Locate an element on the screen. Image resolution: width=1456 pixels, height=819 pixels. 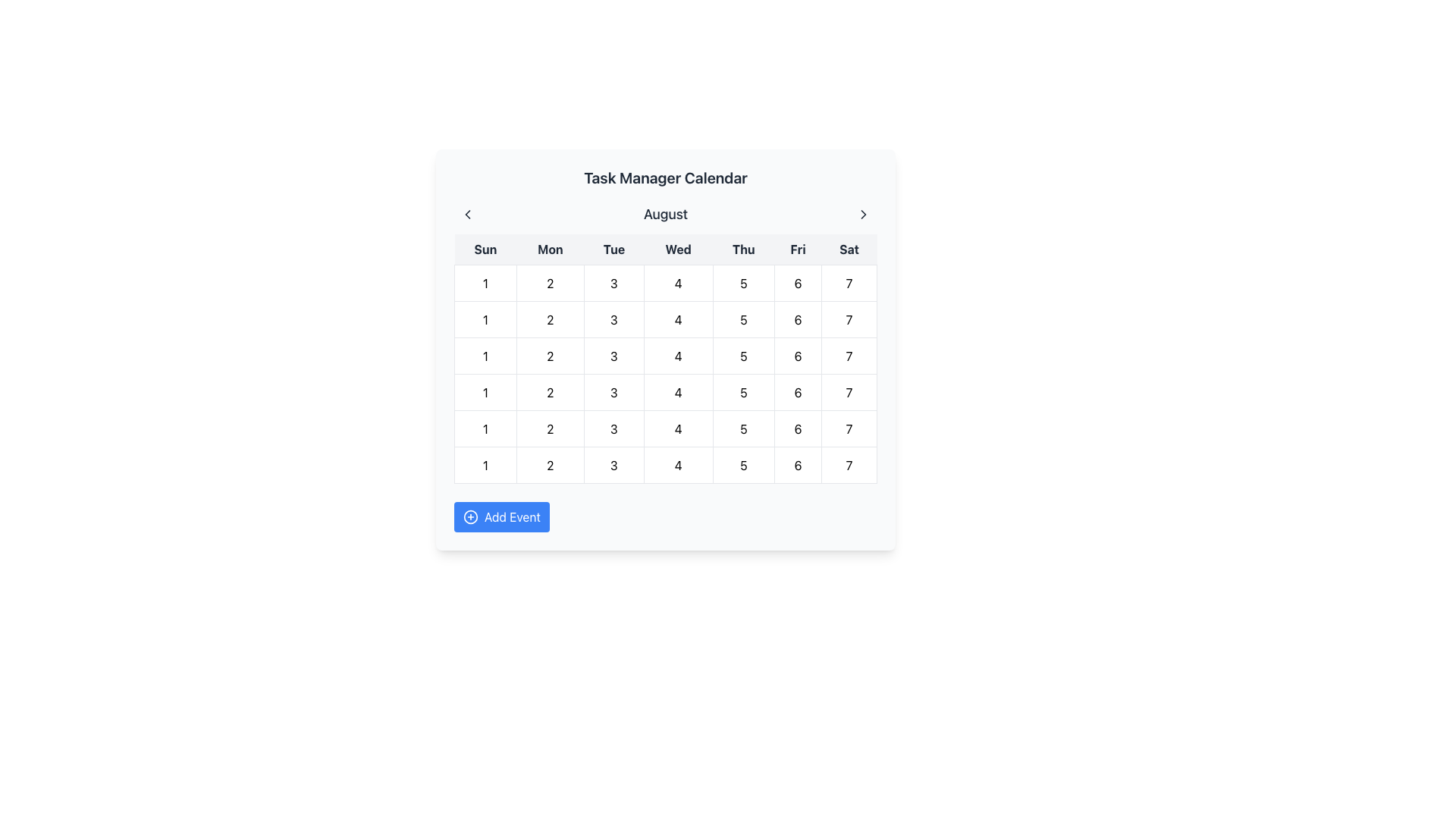
the square box representing the first calendar day, which has a white background, light-gray border, and contains the numeral '1' centered within it is located at coordinates (485, 464).